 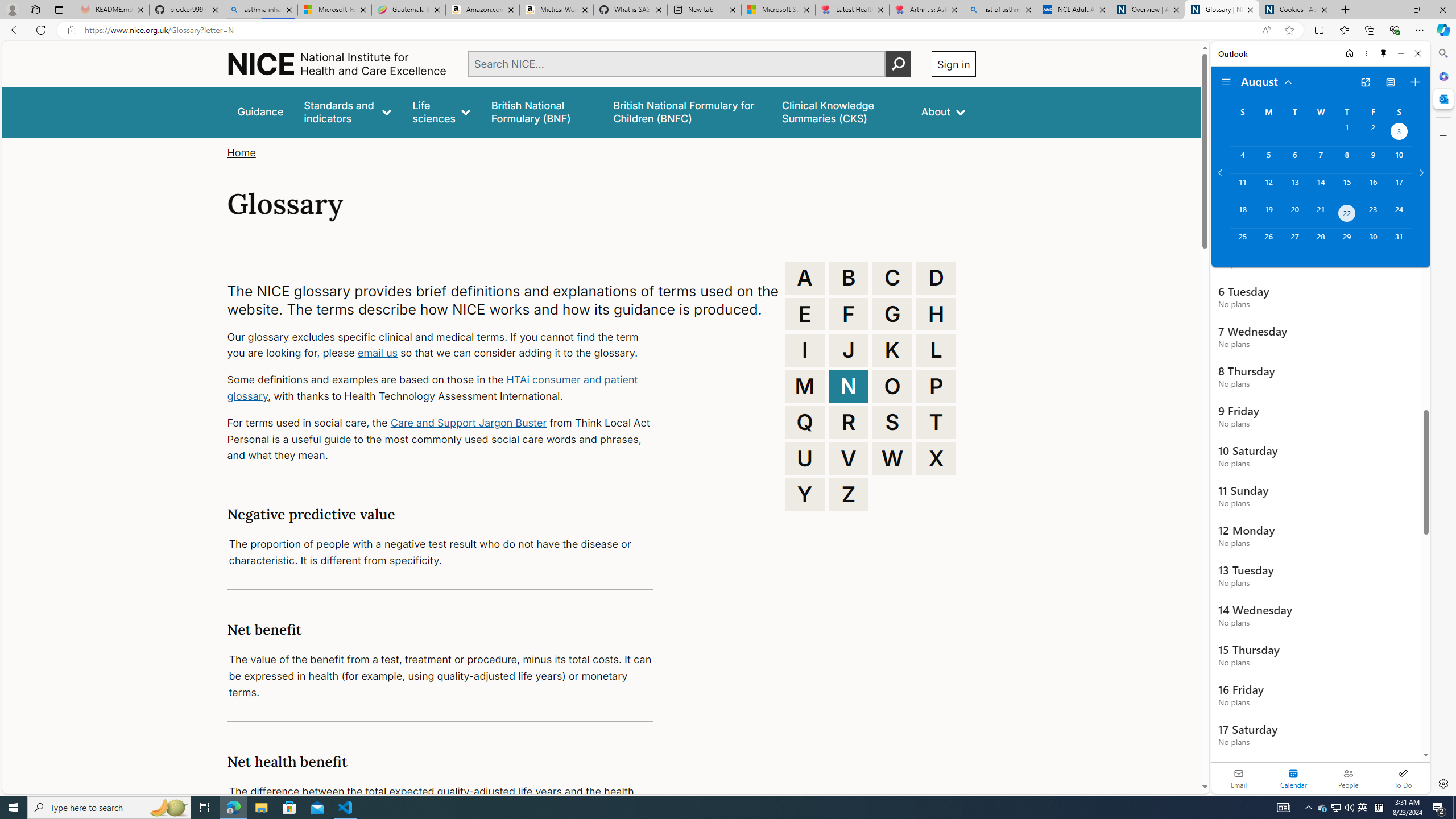 I want to click on 'Back', so click(x=14, y=29).